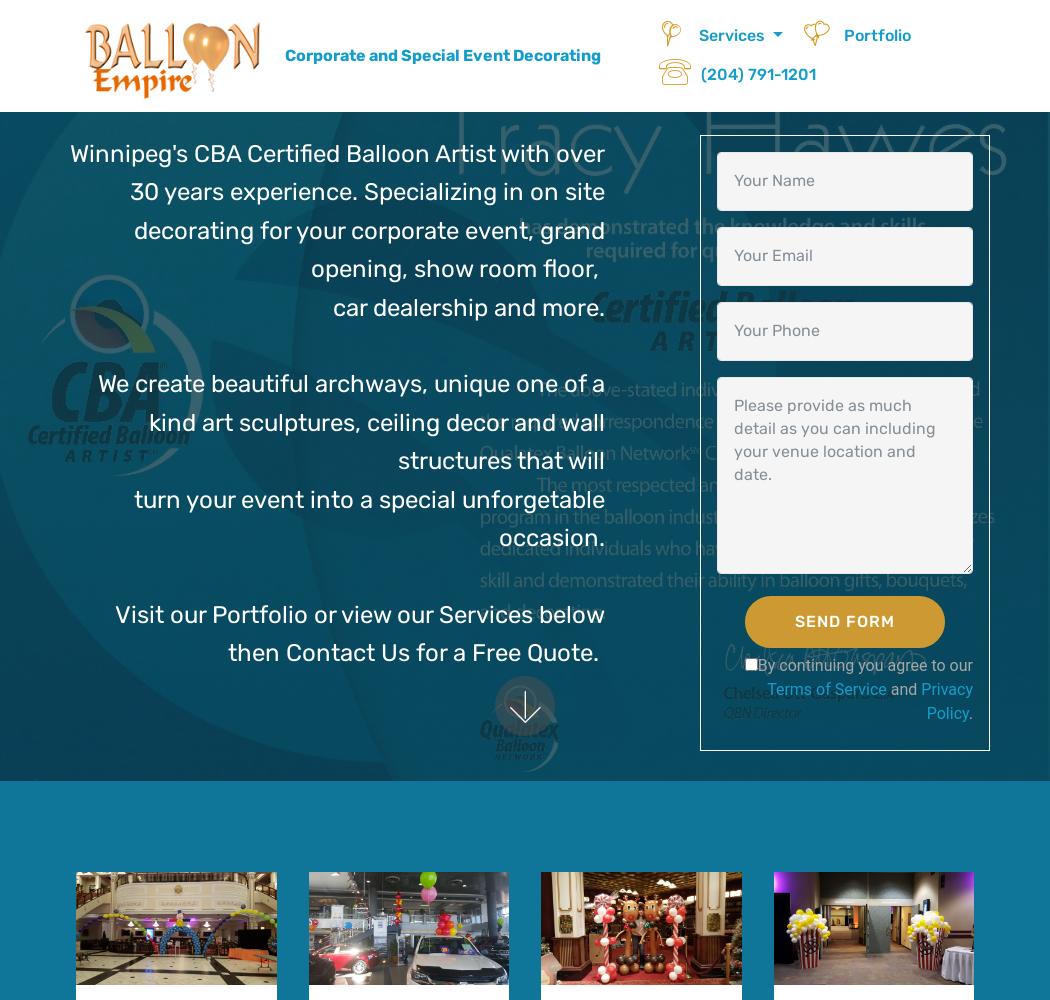  I want to click on 'We create beautiful archways, unique one of a kind art sculptures, ceiling decor and wall structures that will', so click(97, 422).